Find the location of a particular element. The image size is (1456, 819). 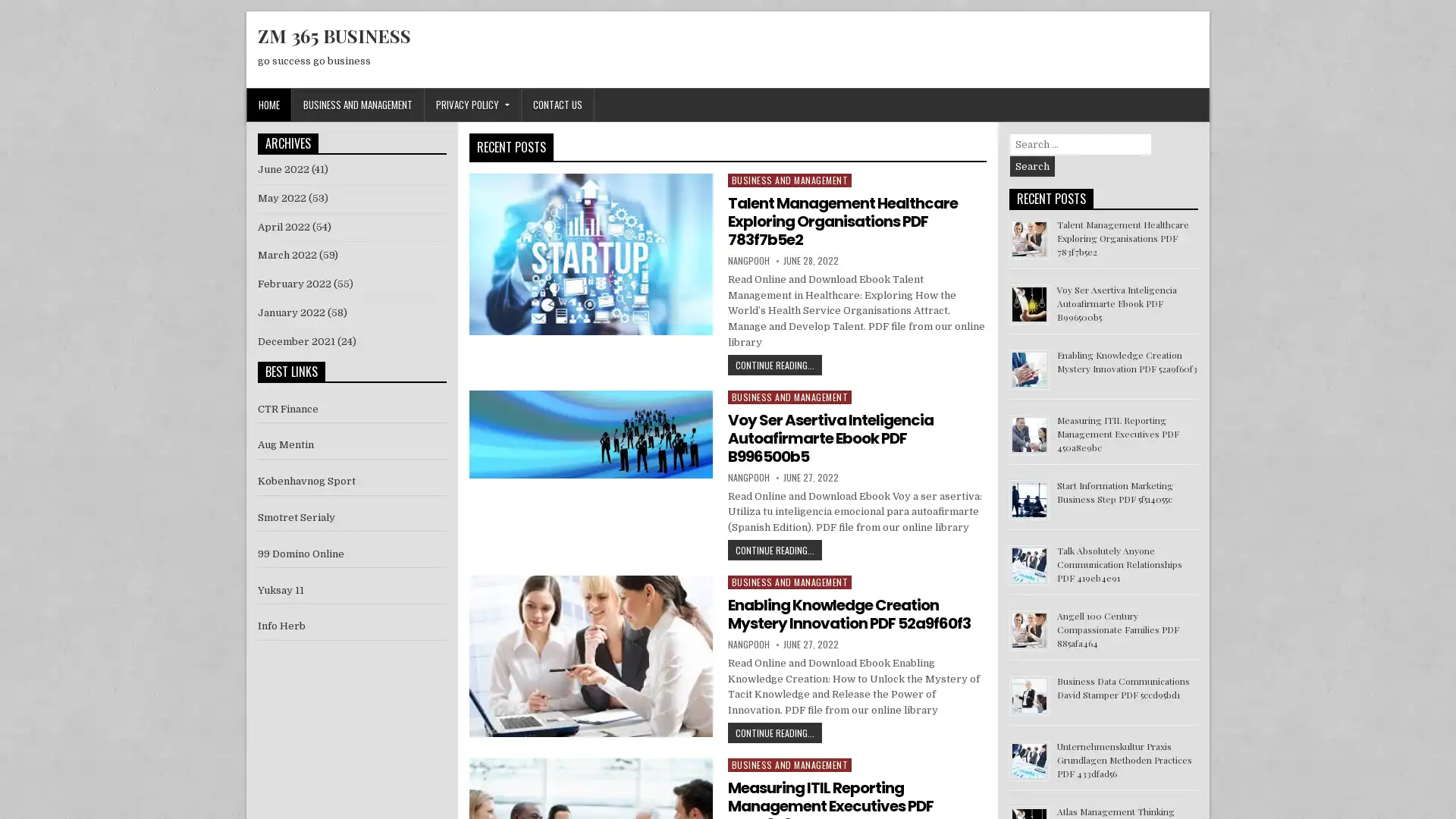

Search is located at coordinates (1031, 166).